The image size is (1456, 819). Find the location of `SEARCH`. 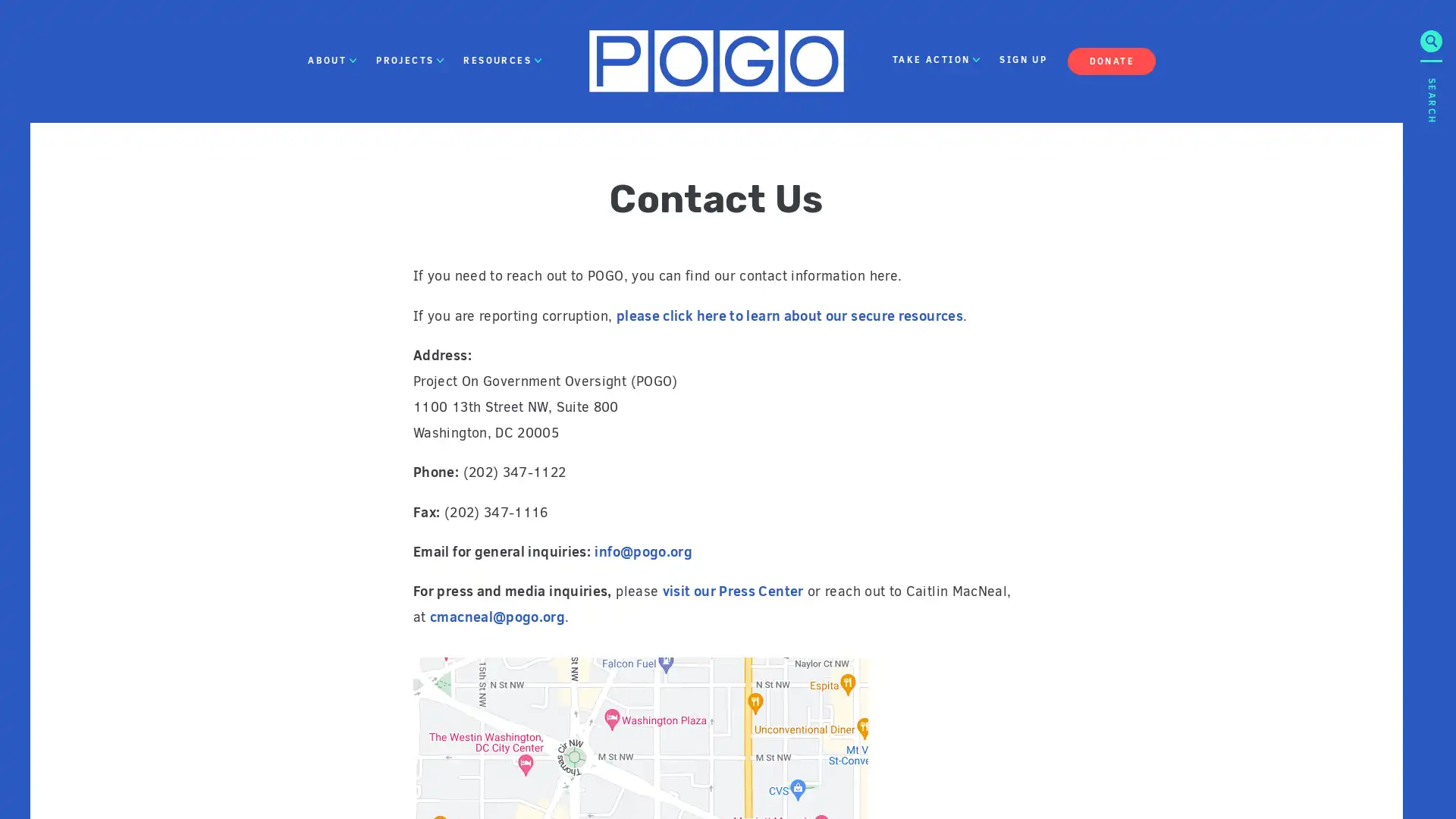

SEARCH is located at coordinates (1430, 208).